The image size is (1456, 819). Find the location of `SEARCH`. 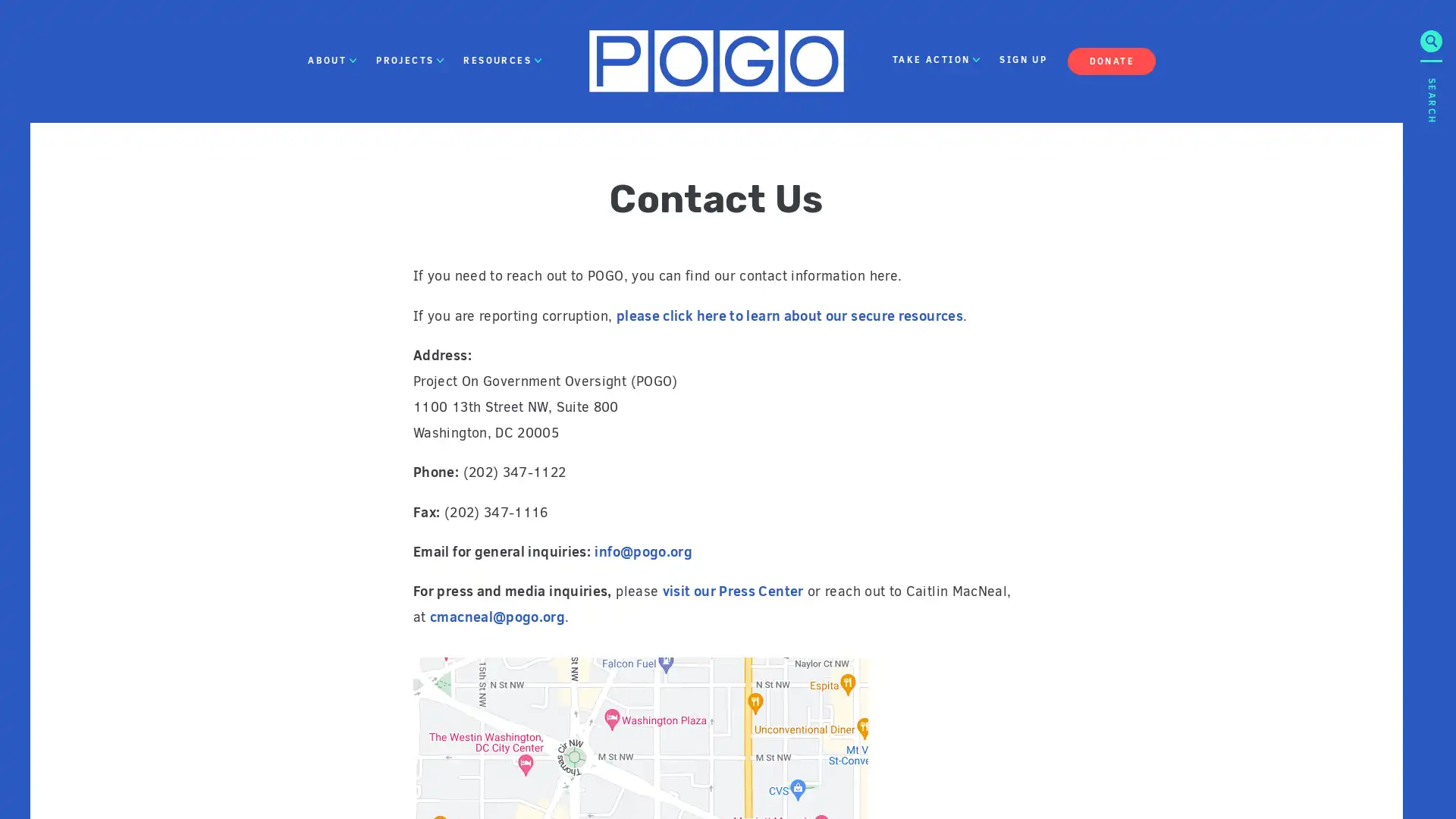

SEARCH is located at coordinates (1430, 208).